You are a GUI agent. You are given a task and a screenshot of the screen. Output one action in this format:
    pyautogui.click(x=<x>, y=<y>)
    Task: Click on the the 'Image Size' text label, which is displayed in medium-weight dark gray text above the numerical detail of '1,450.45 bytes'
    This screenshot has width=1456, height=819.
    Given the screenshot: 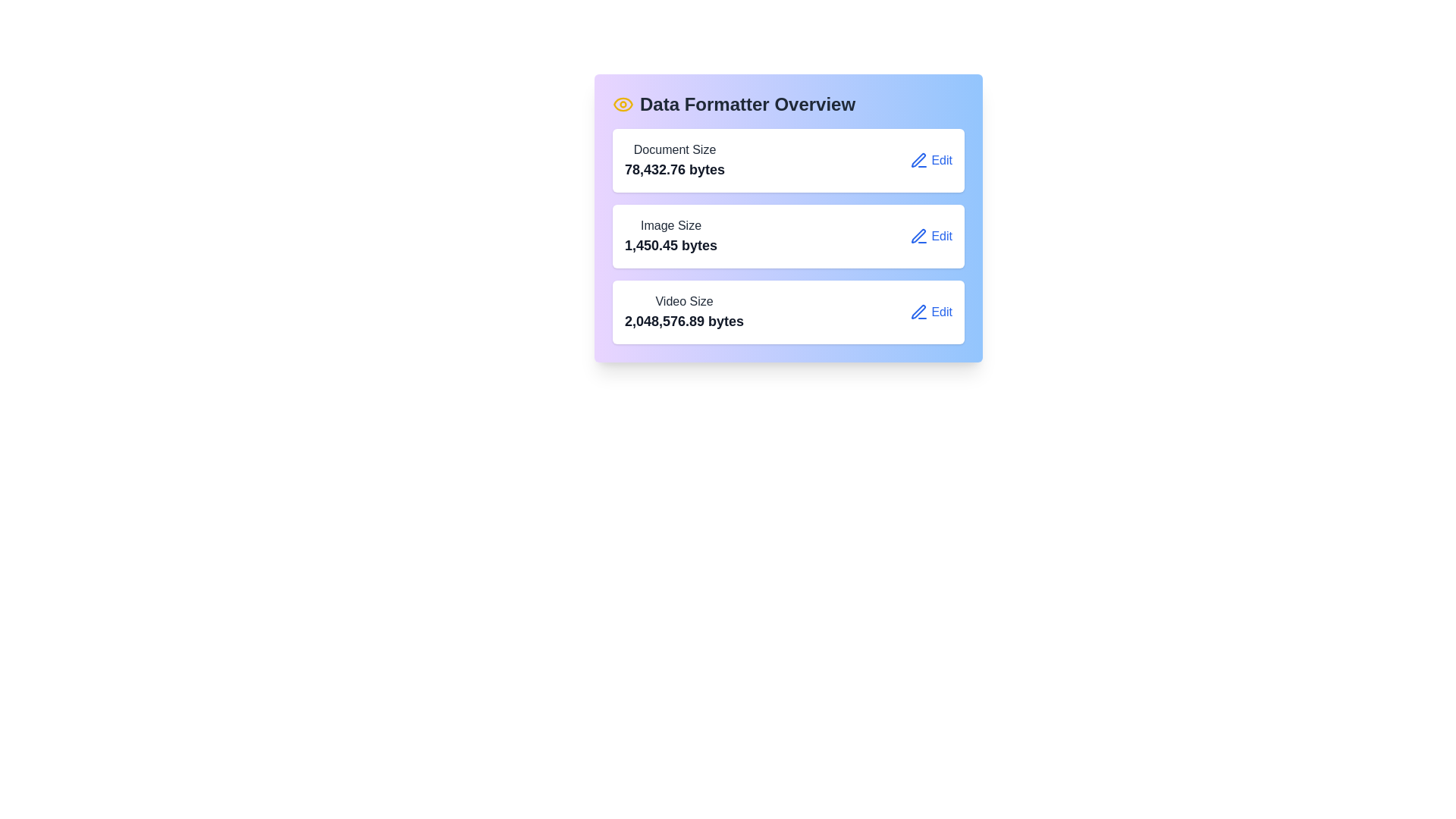 What is the action you would take?
    pyautogui.click(x=670, y=225)
    